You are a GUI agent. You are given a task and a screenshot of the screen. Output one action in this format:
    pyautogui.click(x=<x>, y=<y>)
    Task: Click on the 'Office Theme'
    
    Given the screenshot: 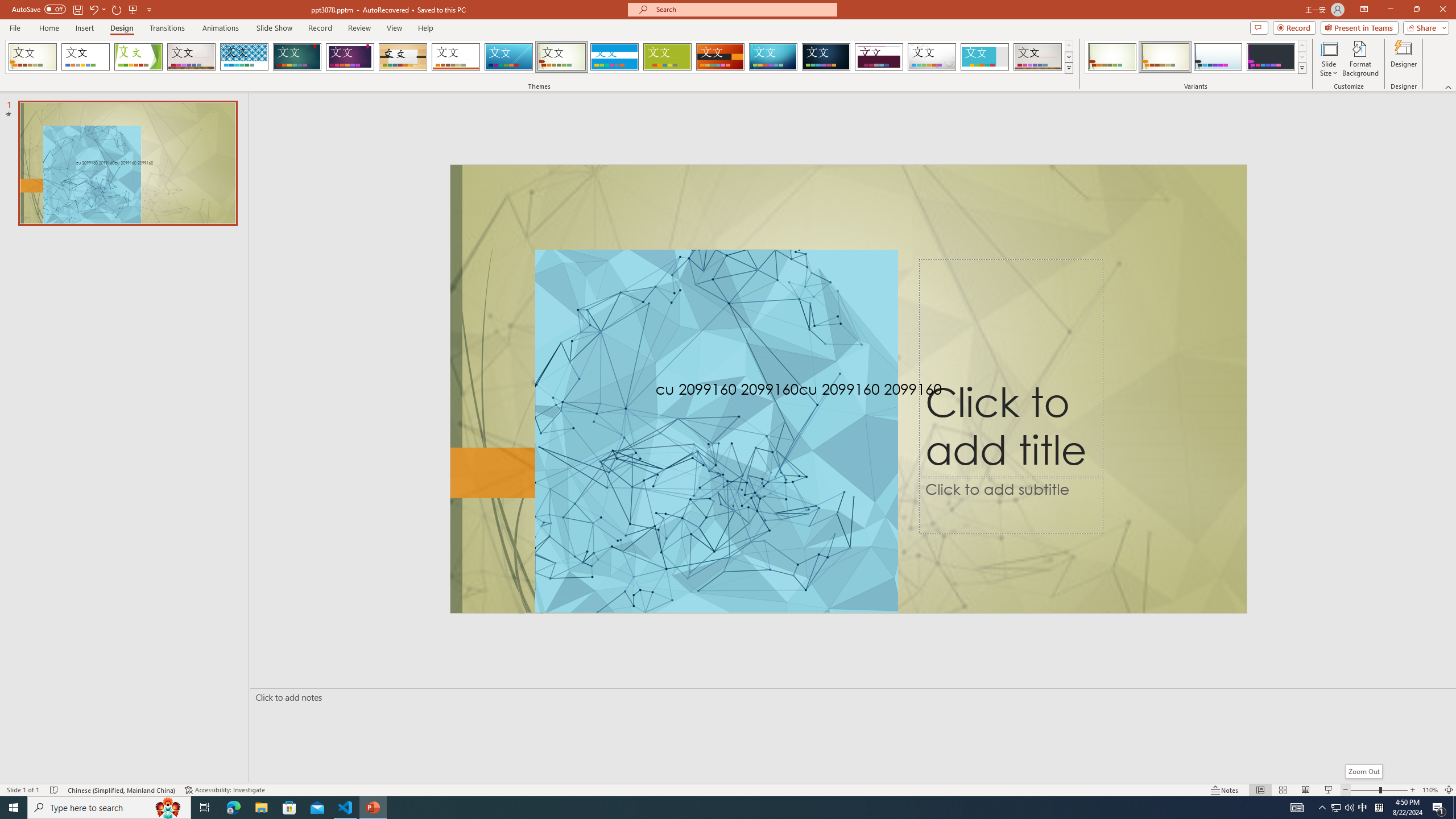 What is the action you would take?
    pyautogui.click(x=85, y=56)
    